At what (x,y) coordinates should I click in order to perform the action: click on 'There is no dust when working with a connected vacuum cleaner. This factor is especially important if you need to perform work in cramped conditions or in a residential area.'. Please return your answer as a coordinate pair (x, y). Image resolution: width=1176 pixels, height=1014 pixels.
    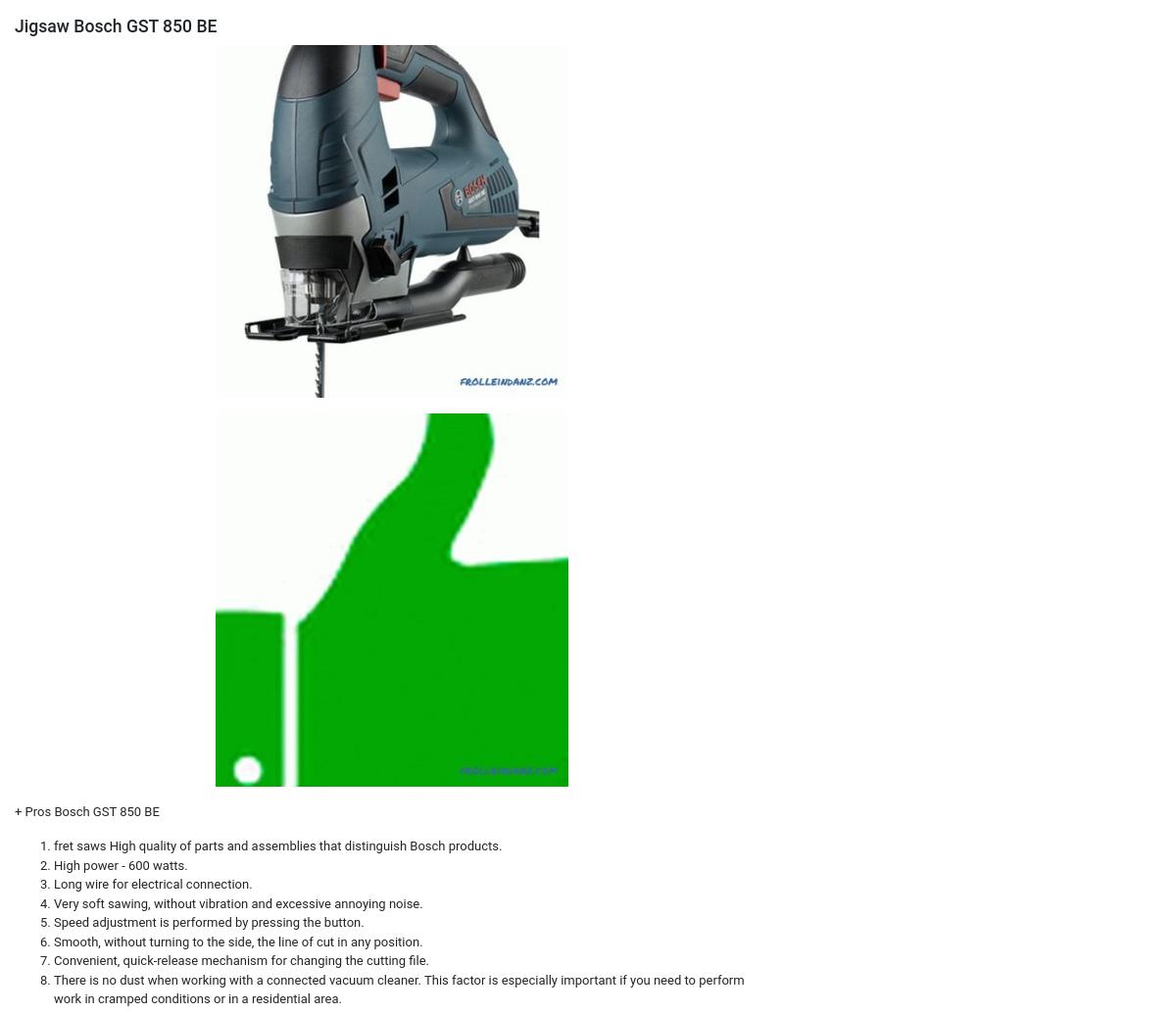
    Looking at the image, I should click on (399, 988).